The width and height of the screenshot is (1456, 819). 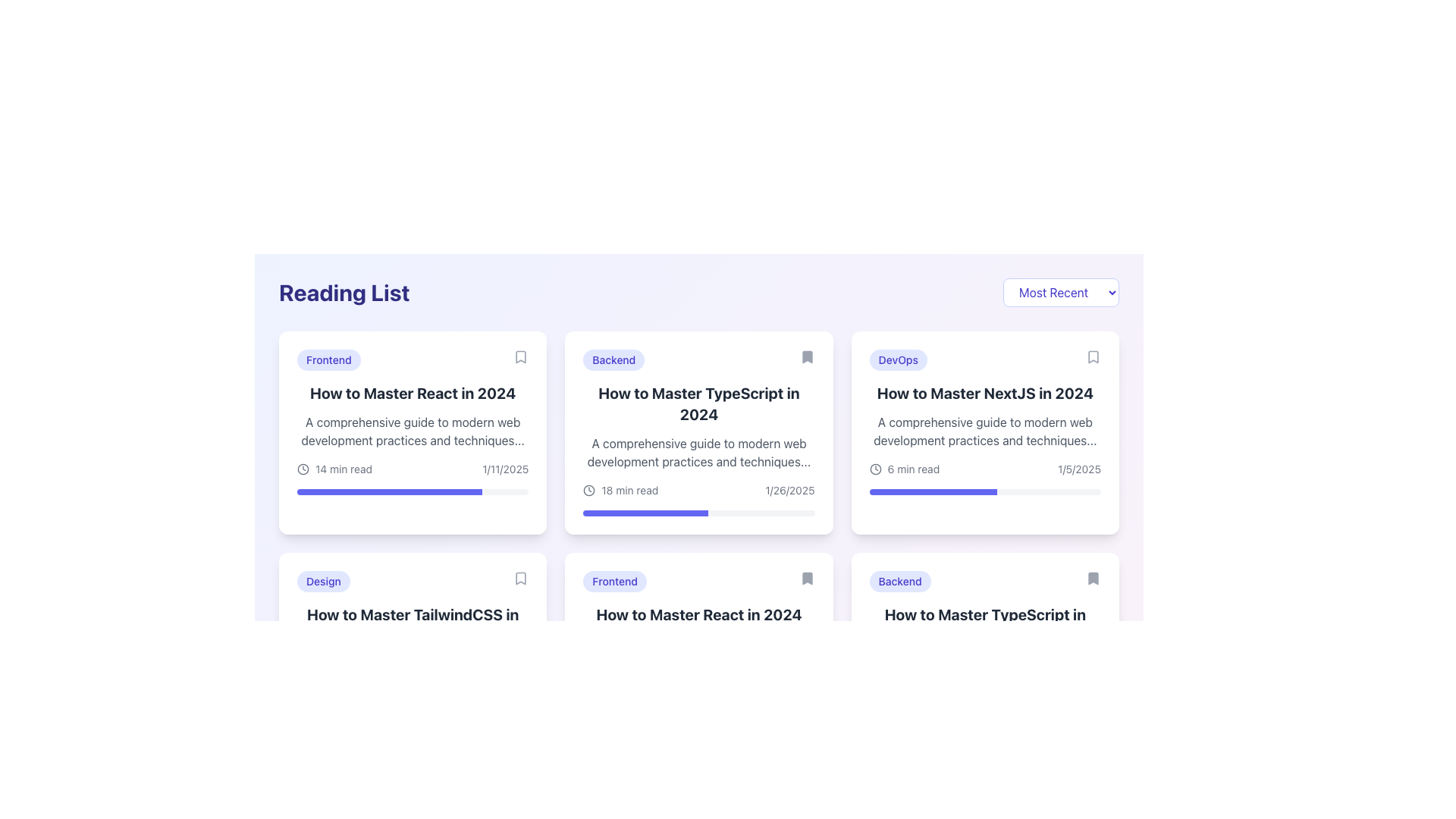 What do you see at coordinates (413, 654) in the screenshot?
I see `the fourth card titled 'How to Master TailwindCSS in 2024'` at bounding box center [413, 654].